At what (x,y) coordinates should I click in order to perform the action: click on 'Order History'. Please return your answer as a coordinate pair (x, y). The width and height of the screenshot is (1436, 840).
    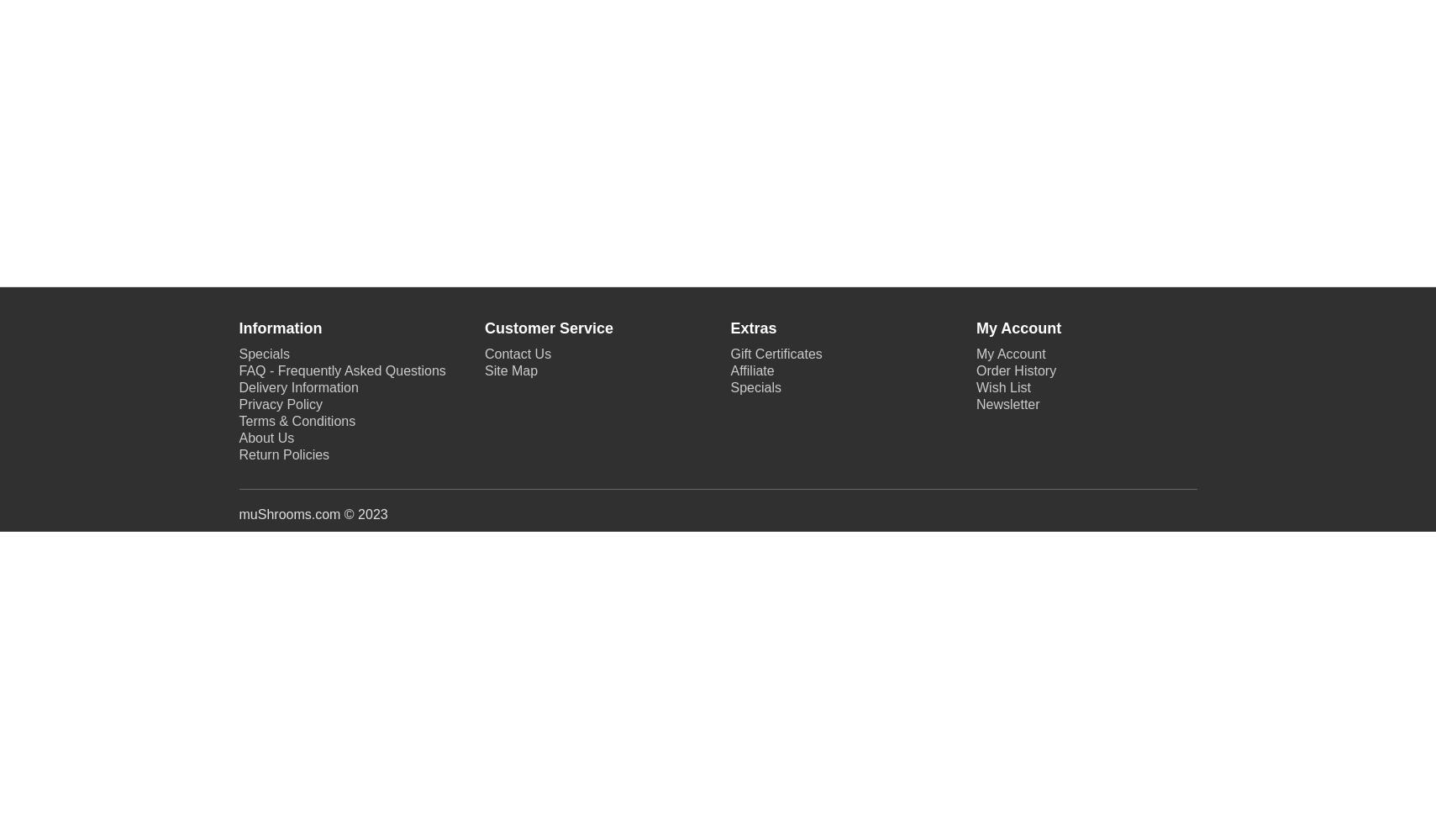
    Looking at the image, I should click on (1016, 370).